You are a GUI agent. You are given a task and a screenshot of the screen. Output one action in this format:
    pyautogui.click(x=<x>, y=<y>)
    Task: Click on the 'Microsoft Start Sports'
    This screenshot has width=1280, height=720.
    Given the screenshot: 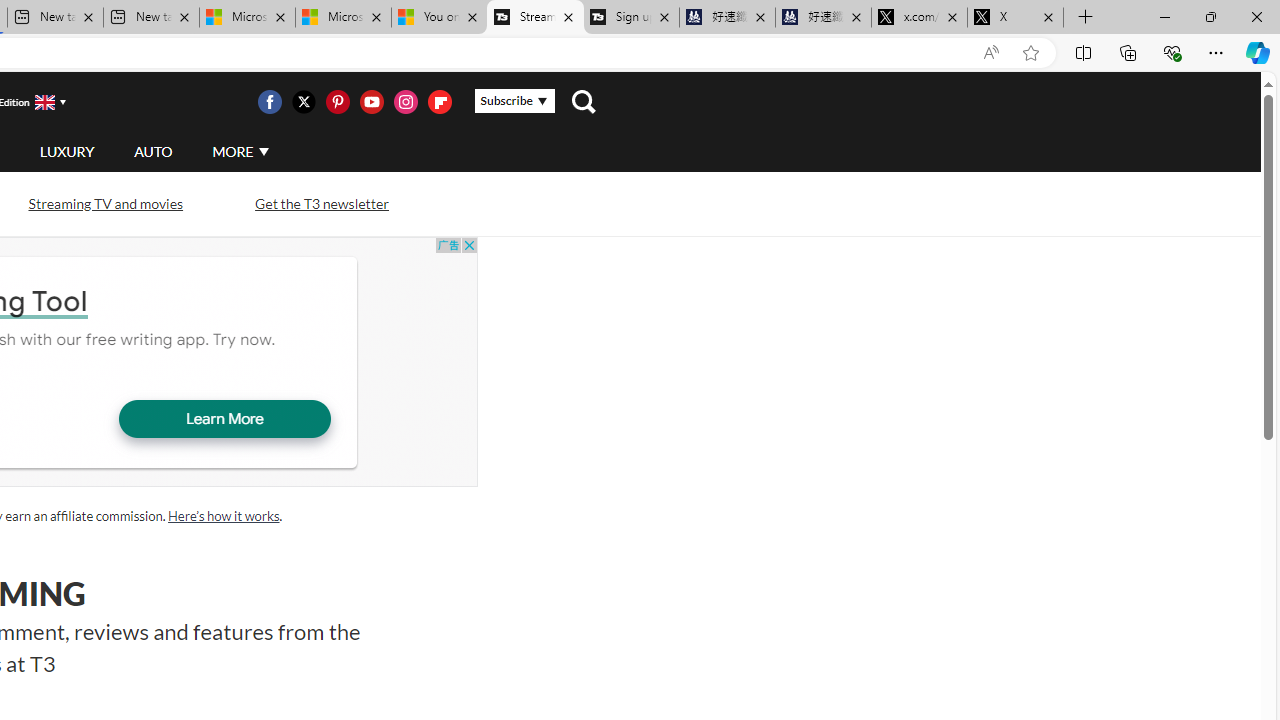 What is the action you would take?
    pyautogui.click(x=246, y=17)
    